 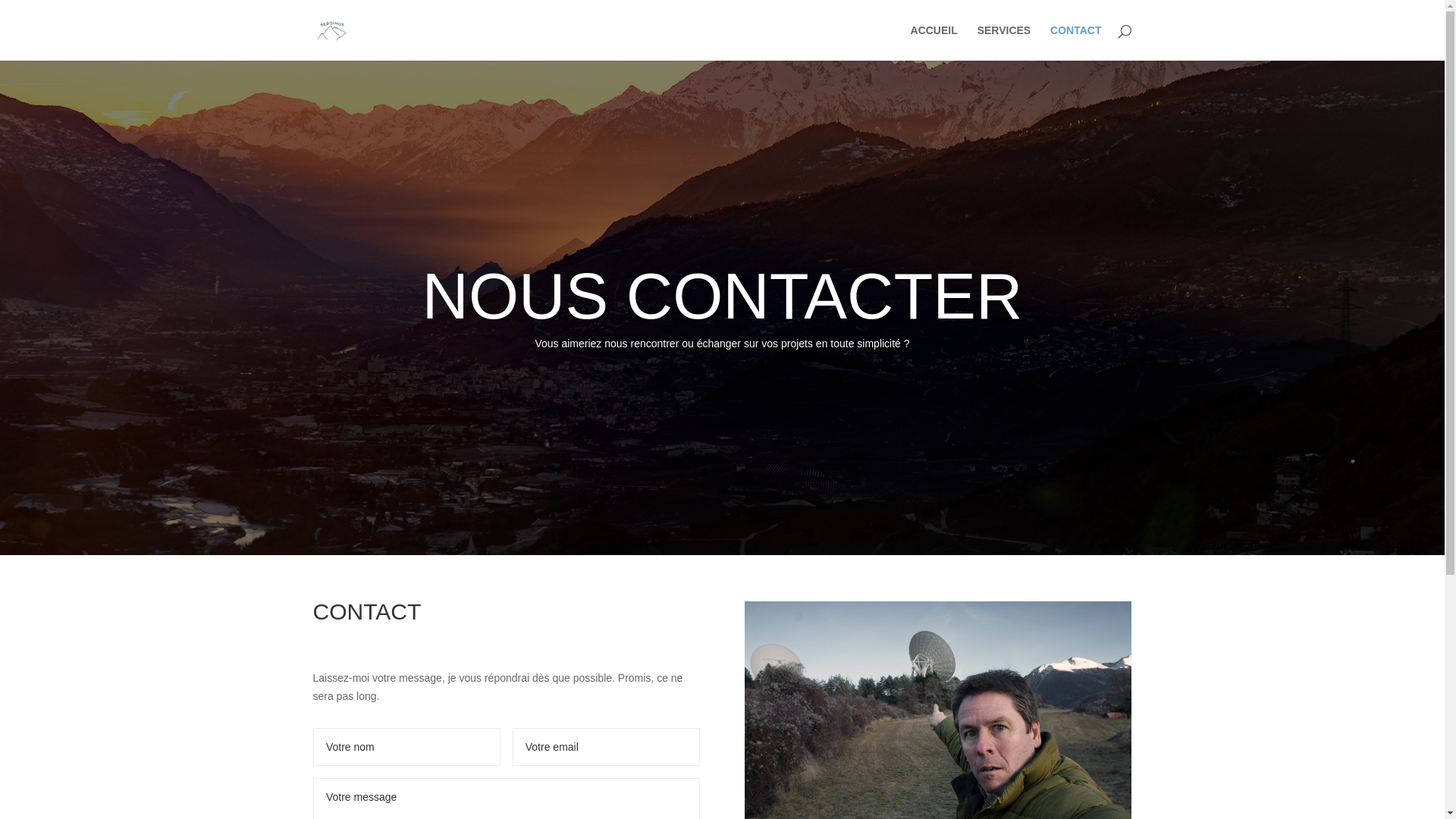 I want to click on 'SERVICES', so click(x=1004, y=42).